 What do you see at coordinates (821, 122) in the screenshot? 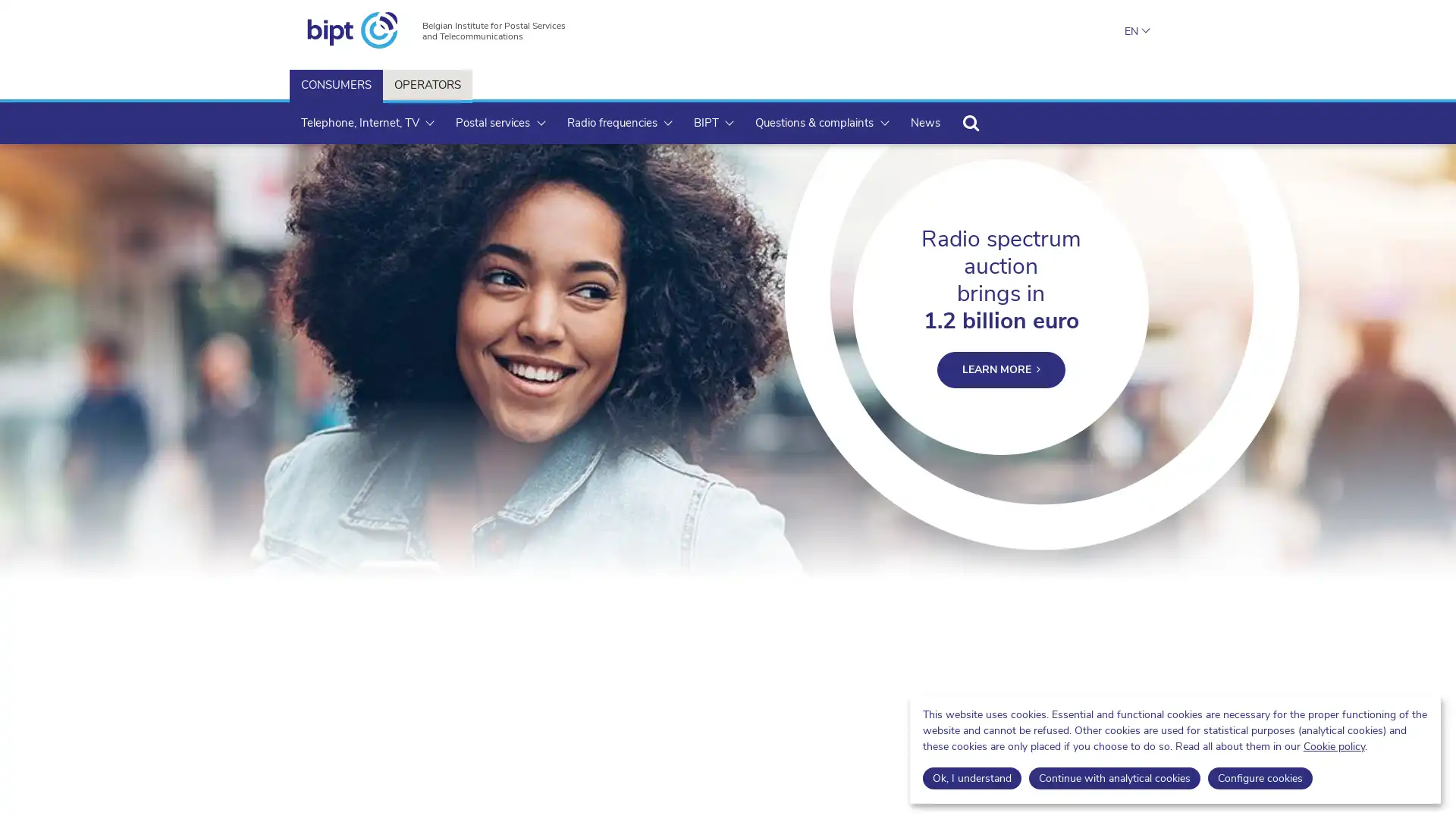
I see `Questions & complaints` at bounding box center [821, 122].